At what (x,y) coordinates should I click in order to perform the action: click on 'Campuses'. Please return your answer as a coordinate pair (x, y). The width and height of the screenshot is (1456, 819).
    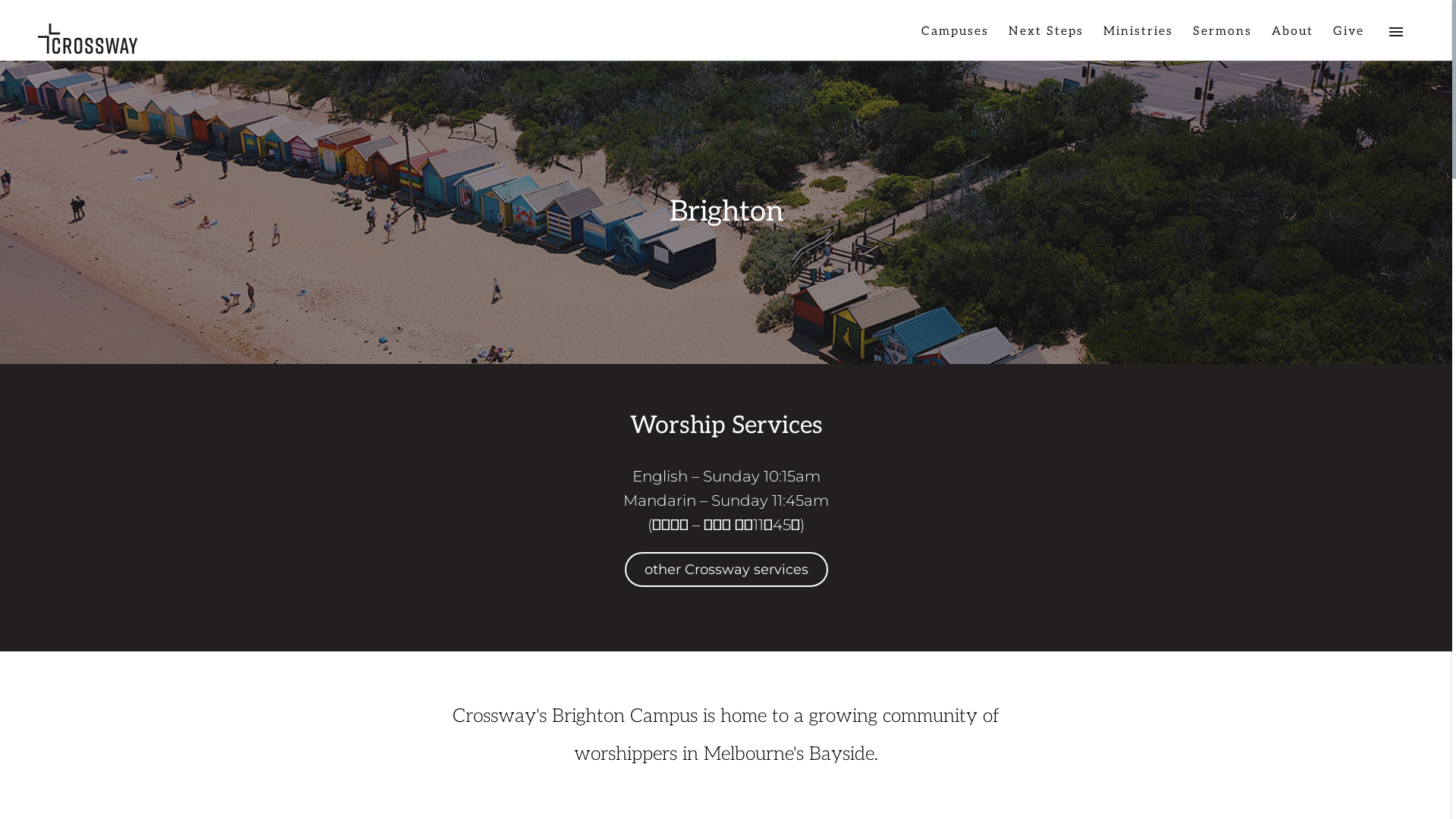
    Looking at the image, I should click on (954, 37).